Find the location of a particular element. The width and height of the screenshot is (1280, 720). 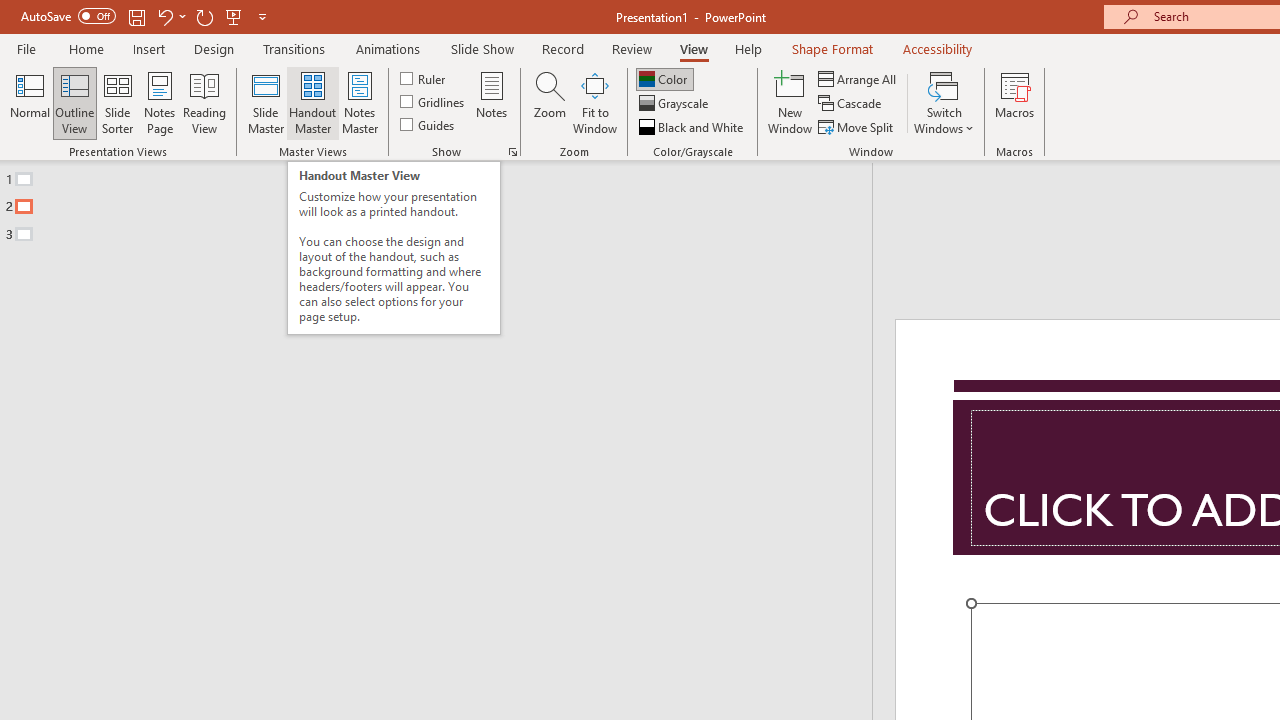

'Slide Master' is located at coordinates (264, 103).